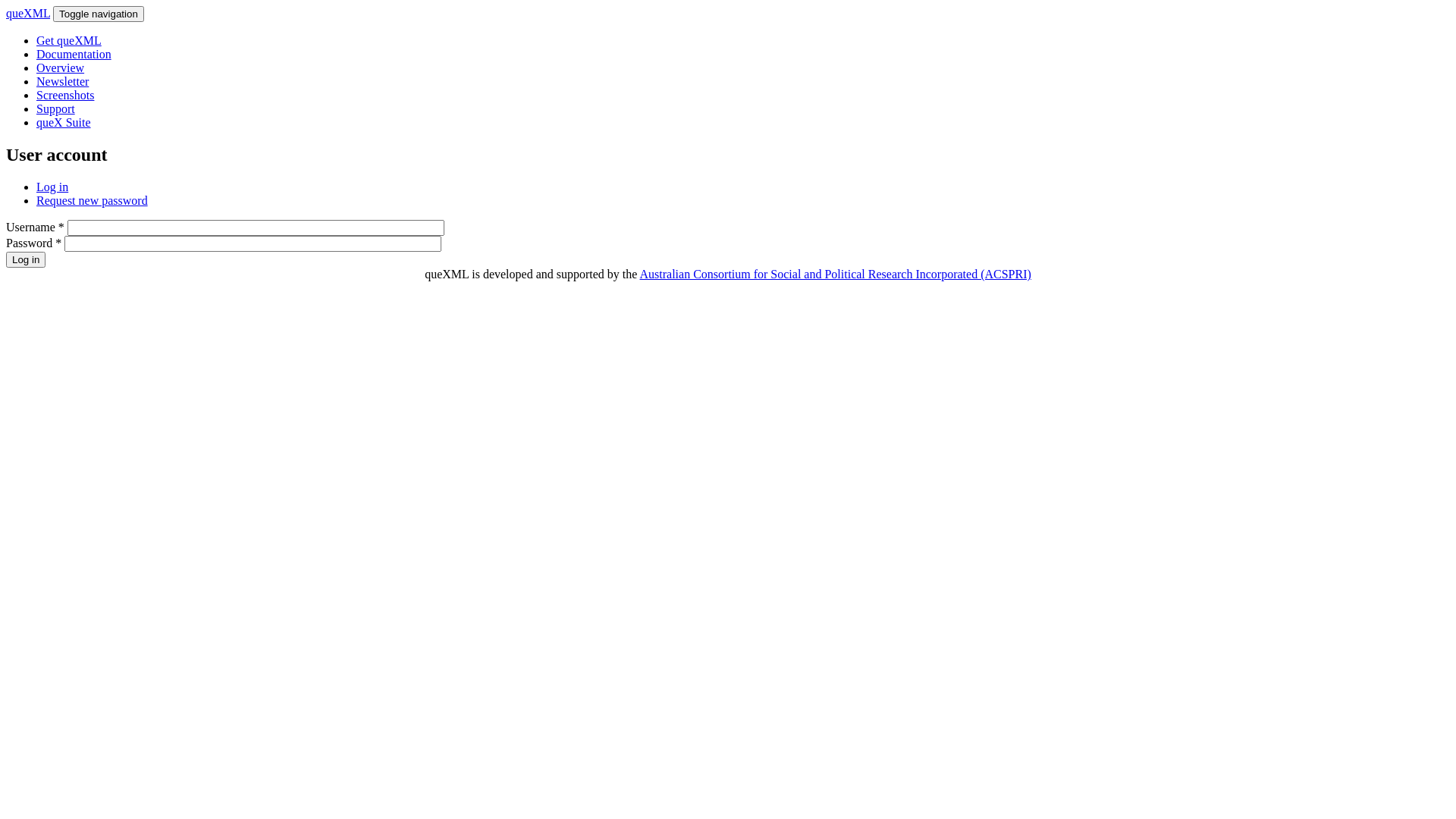 The width and height of the screenshot is (1456, 819). What do you see at coordinates (97, 14) in the screenshot?
I see `'Toggle navigation'` at bounding box center [97, 14].